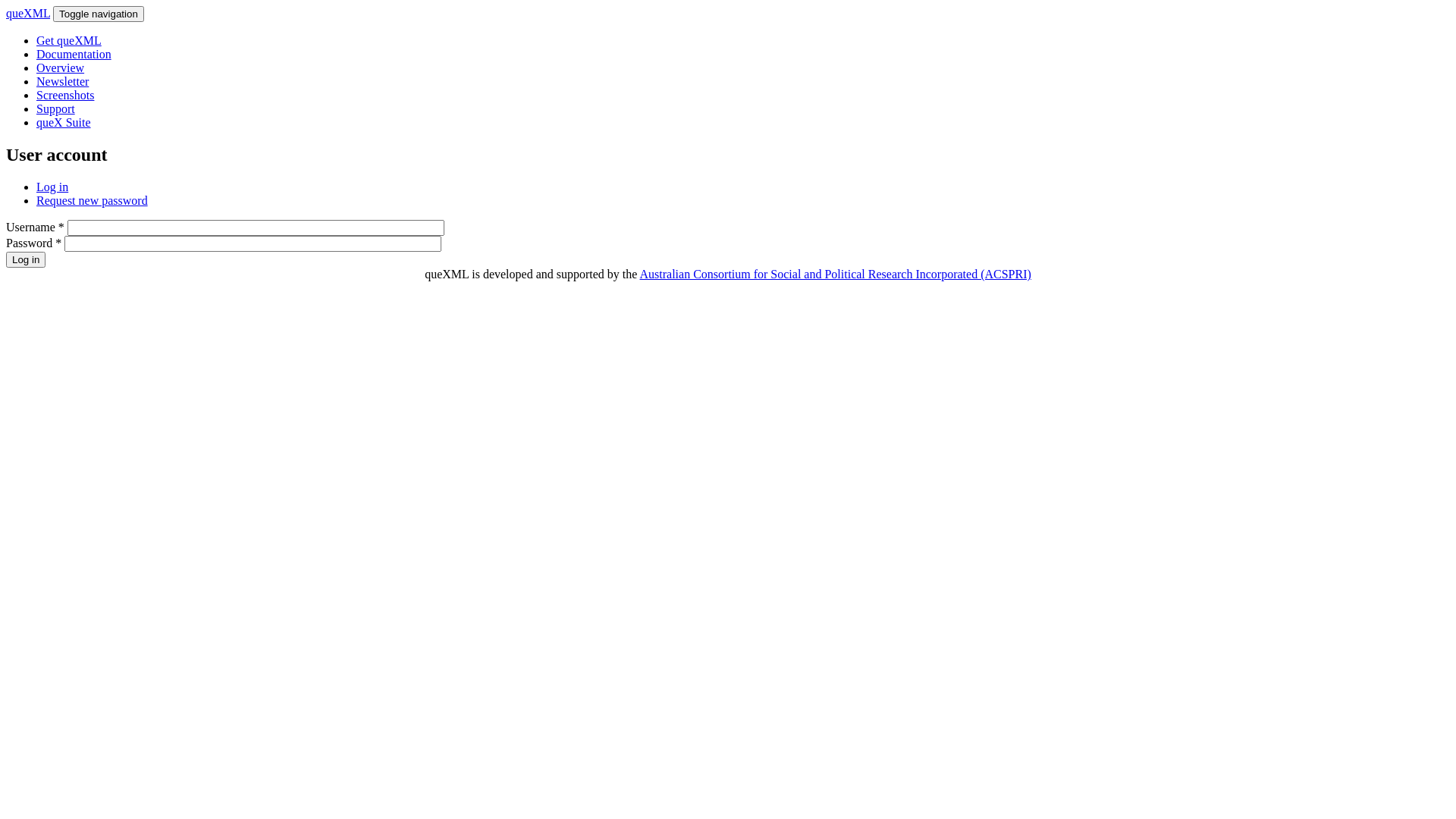 The width and height of the screenshot is (1456, 819). What do you see at coordinates (97, 14) in the screenshot?
I see `'Toggle navigation'` at bounding box center [97, 14].